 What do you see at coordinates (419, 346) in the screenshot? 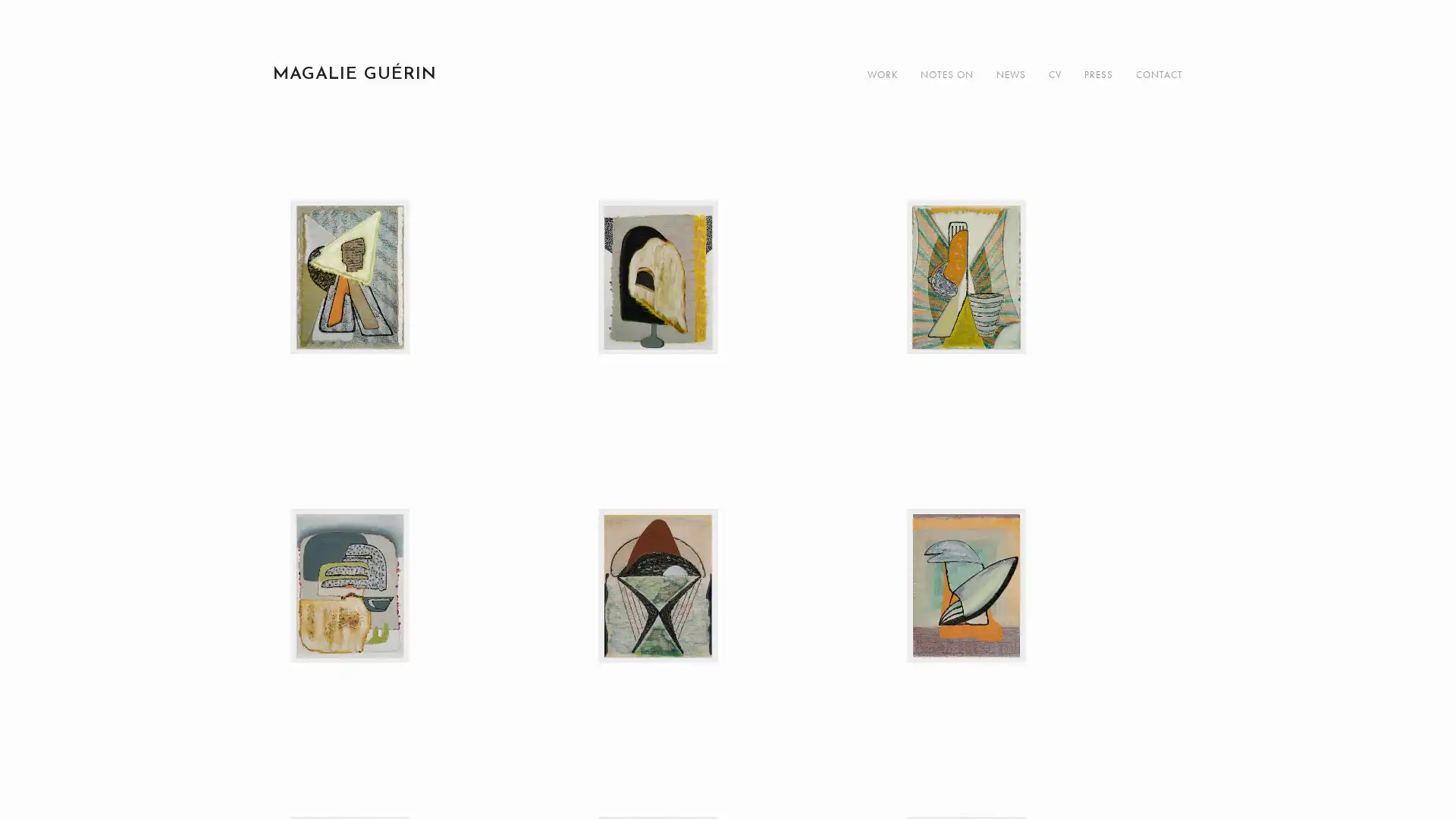
I see `View fullsize Untitled (quarantine painting 01), 2020` at bounding box center [419, 346].